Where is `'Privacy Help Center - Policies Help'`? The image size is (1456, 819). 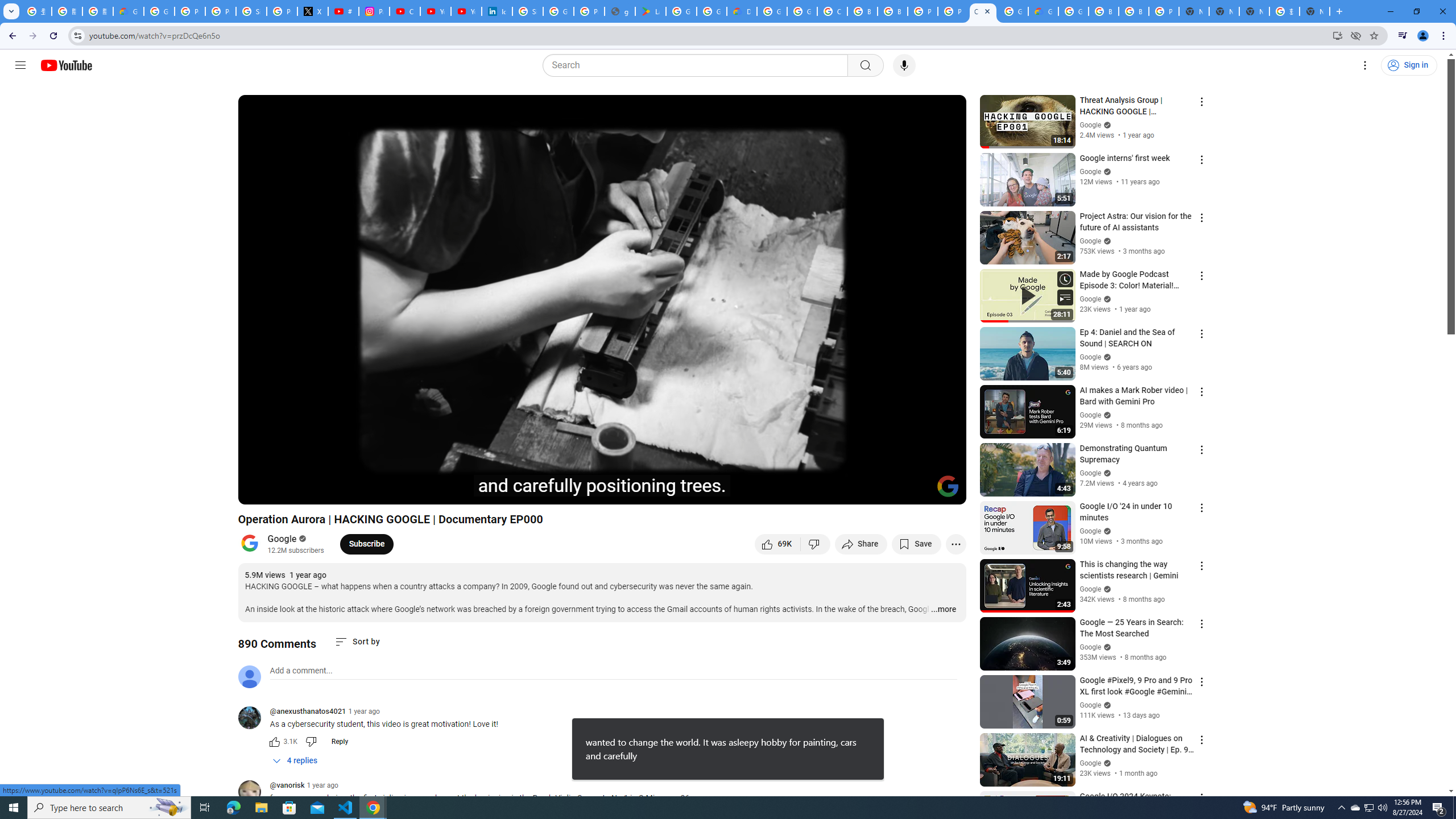 'Privacy Help Center - Policies Help' is located at coordinates (221, 11).